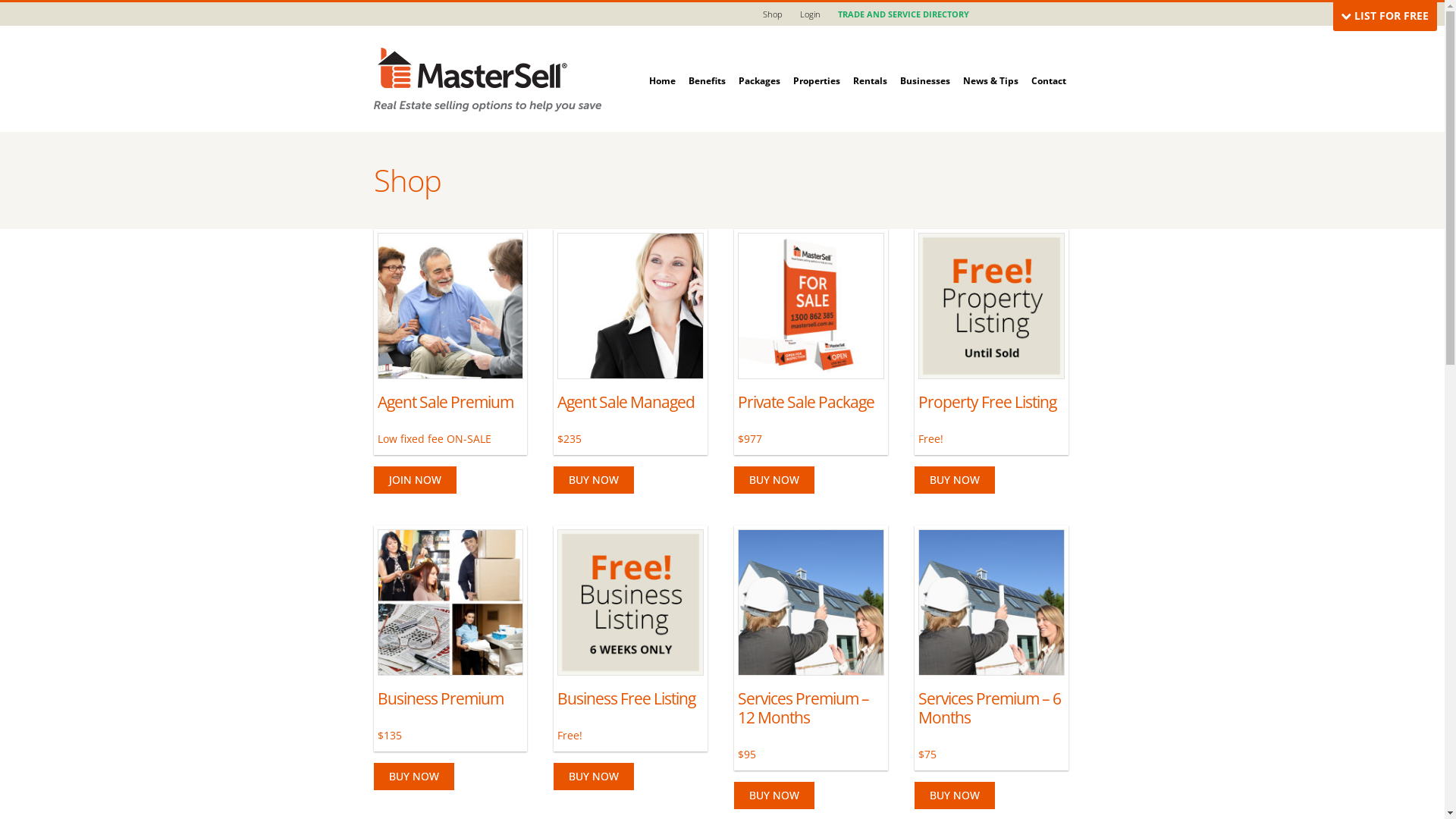 The height and width of the screenshot is (819, 1456). I want to click on 'Private Sale Package, so click(738, 338).